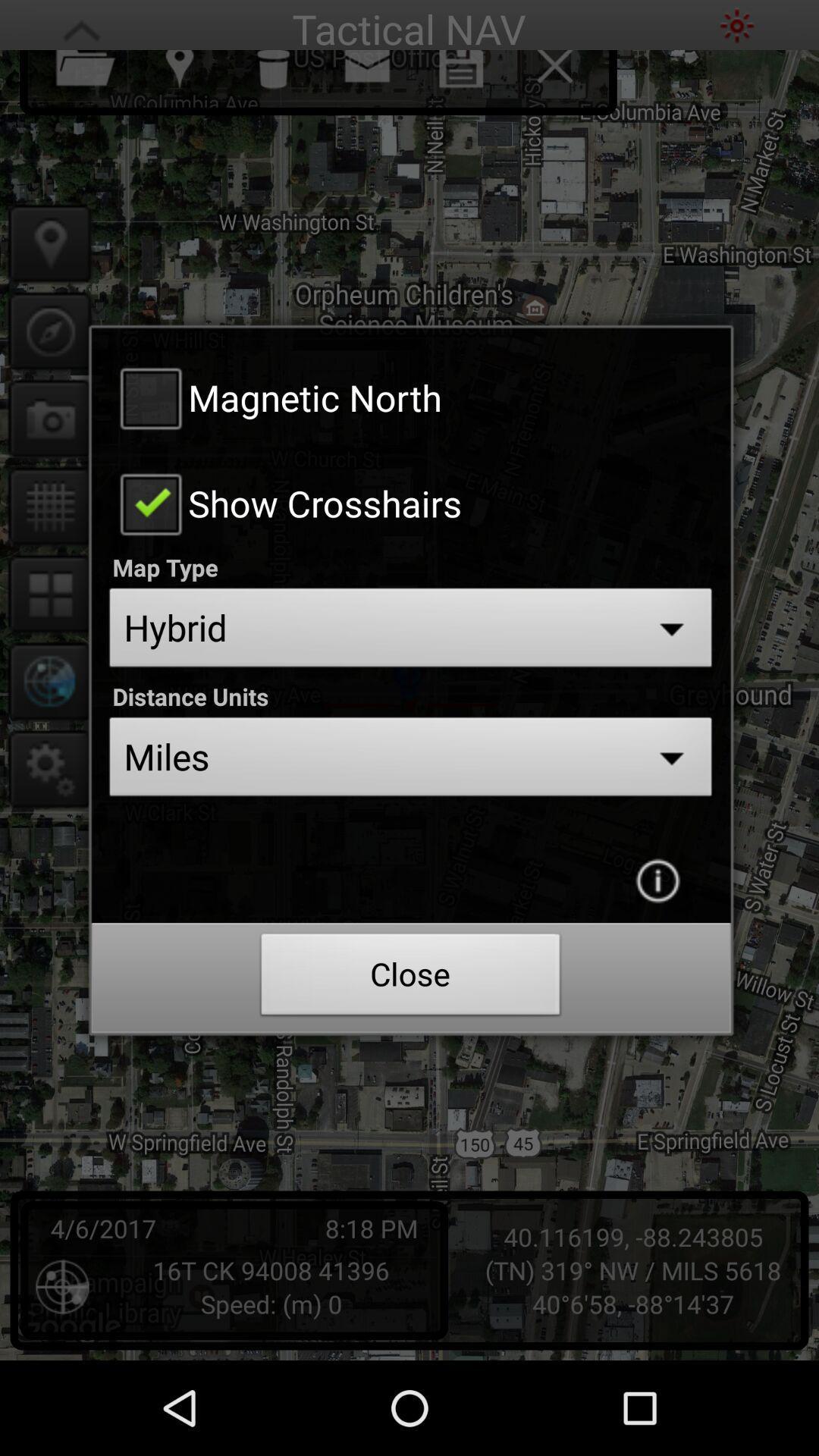 The height and width of the screenshot is (1456, 819). What do you see at coordinates (657, 880) in the screenshot?
I see `get more information` at bounding box center [657, 880].